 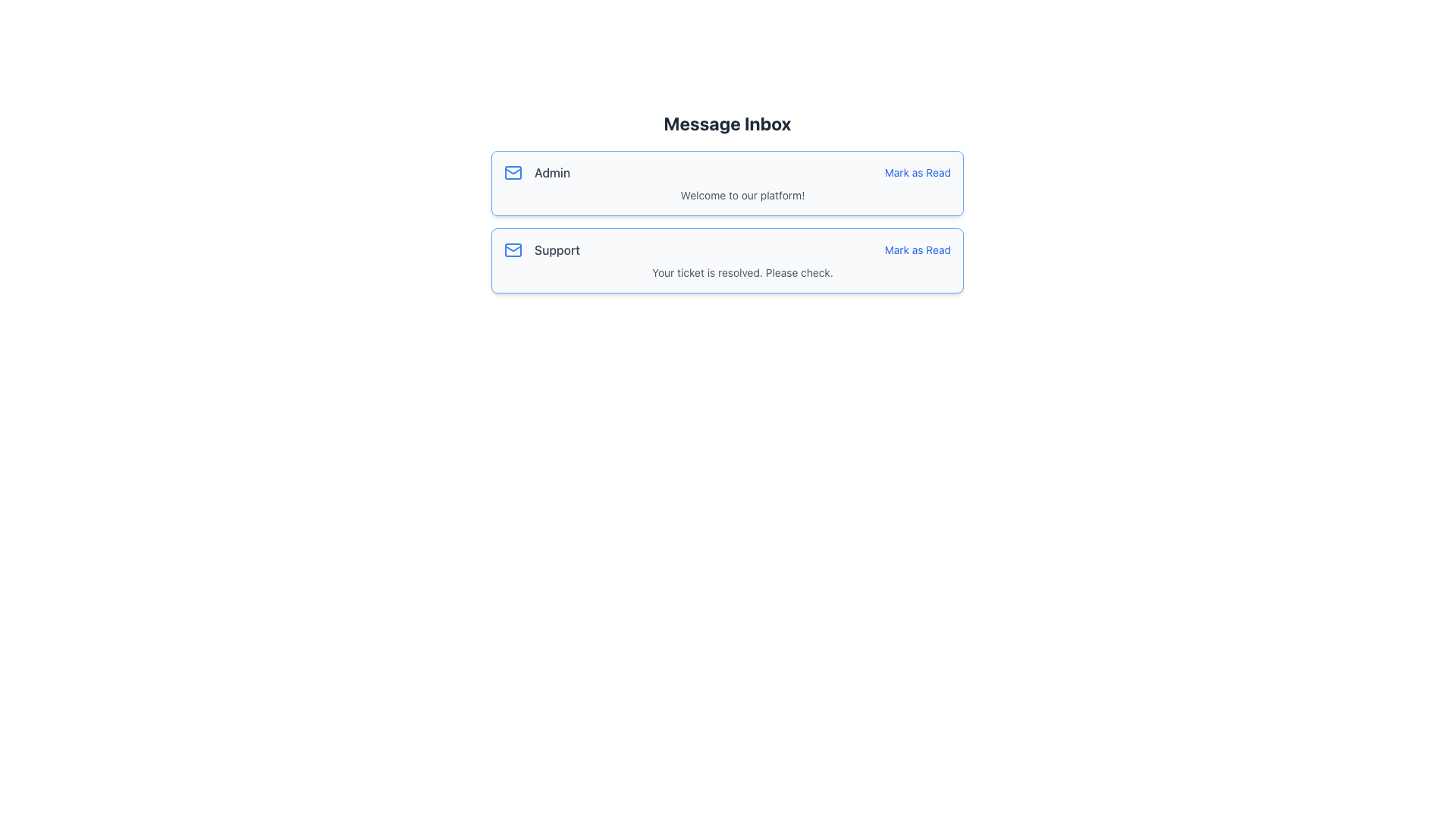 I want to click on the text label reading 'Your ticket is resolved. Please check.' which is located beneath the 'Mark as Read' button in the 'Support' message box, so click(x=742, y=271).